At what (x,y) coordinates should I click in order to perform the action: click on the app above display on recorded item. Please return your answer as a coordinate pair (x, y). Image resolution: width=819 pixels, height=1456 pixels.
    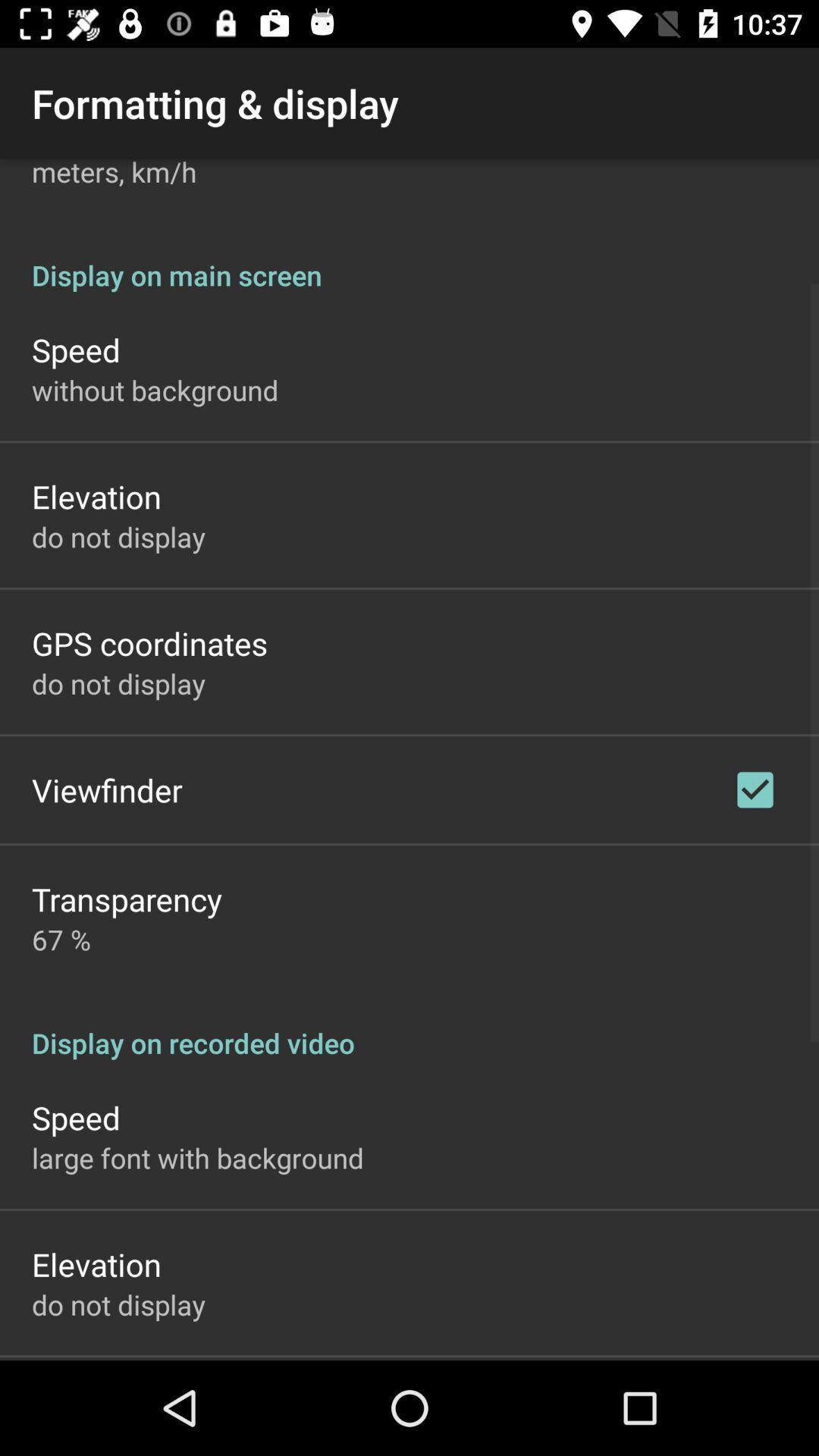
    Looking at the image, I should click on (755, 789).